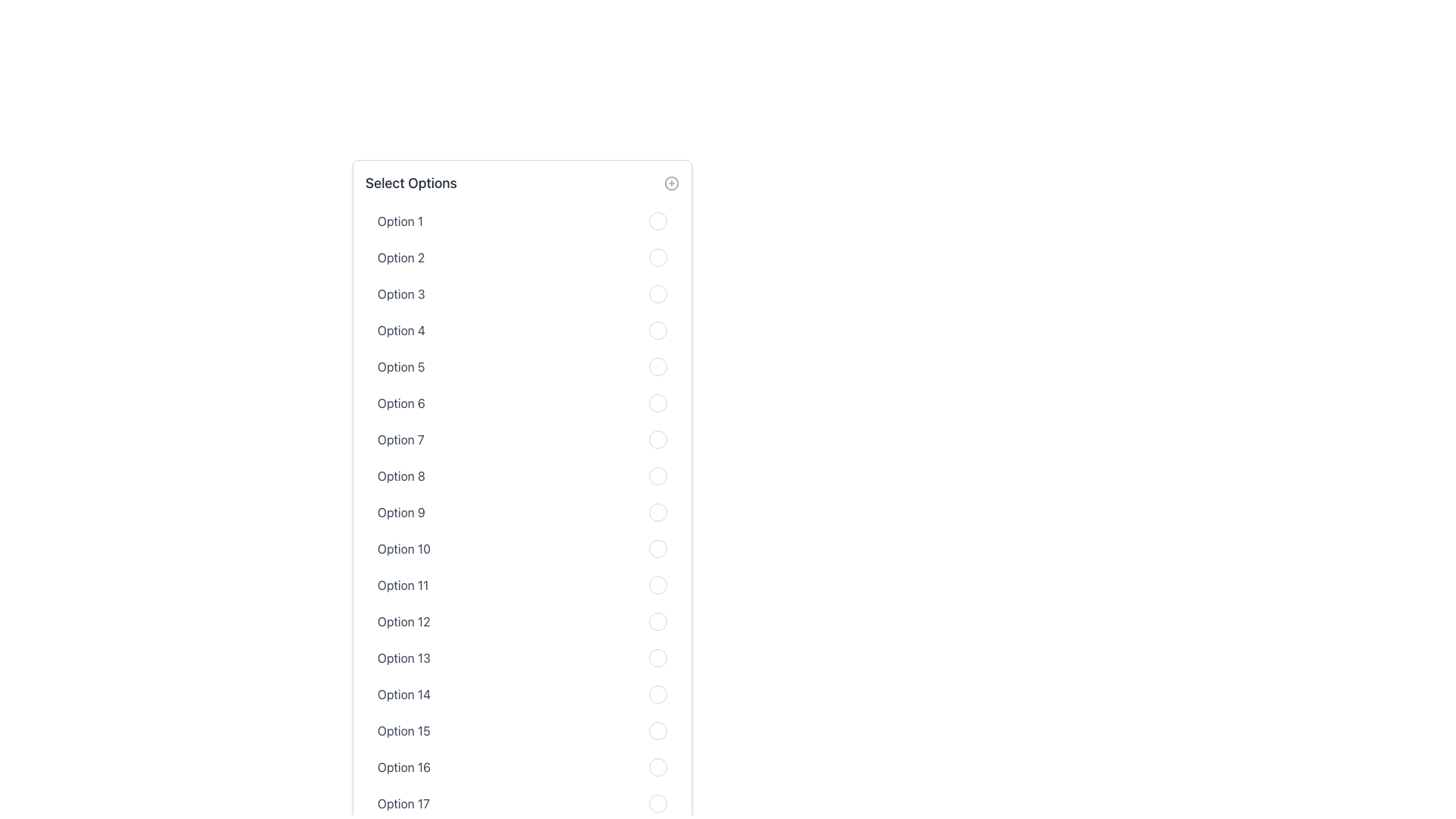 Image resolution: width=1456 pixels, height=819 pixels. I want to click on the decorative SVG circle element located at the top-right corner of the interface, adjacent to the title text 'Select Options', so click(671, 183).